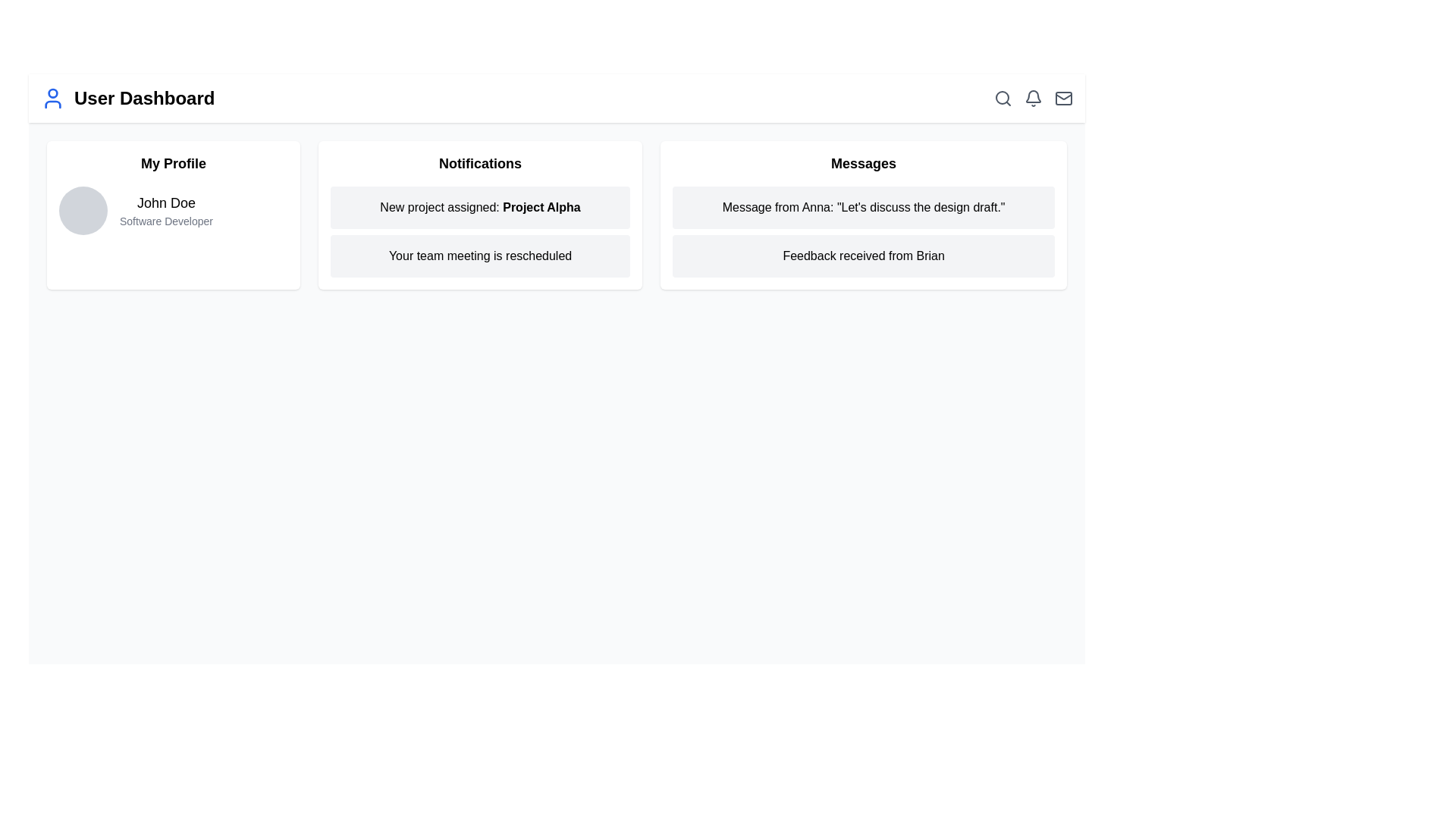 The width and height of the screenshot is (1456, 819). I want to click on the bell notification icon, which is the second icon from the left in a group of three icons on the right side of the header, so click(1033, 99).